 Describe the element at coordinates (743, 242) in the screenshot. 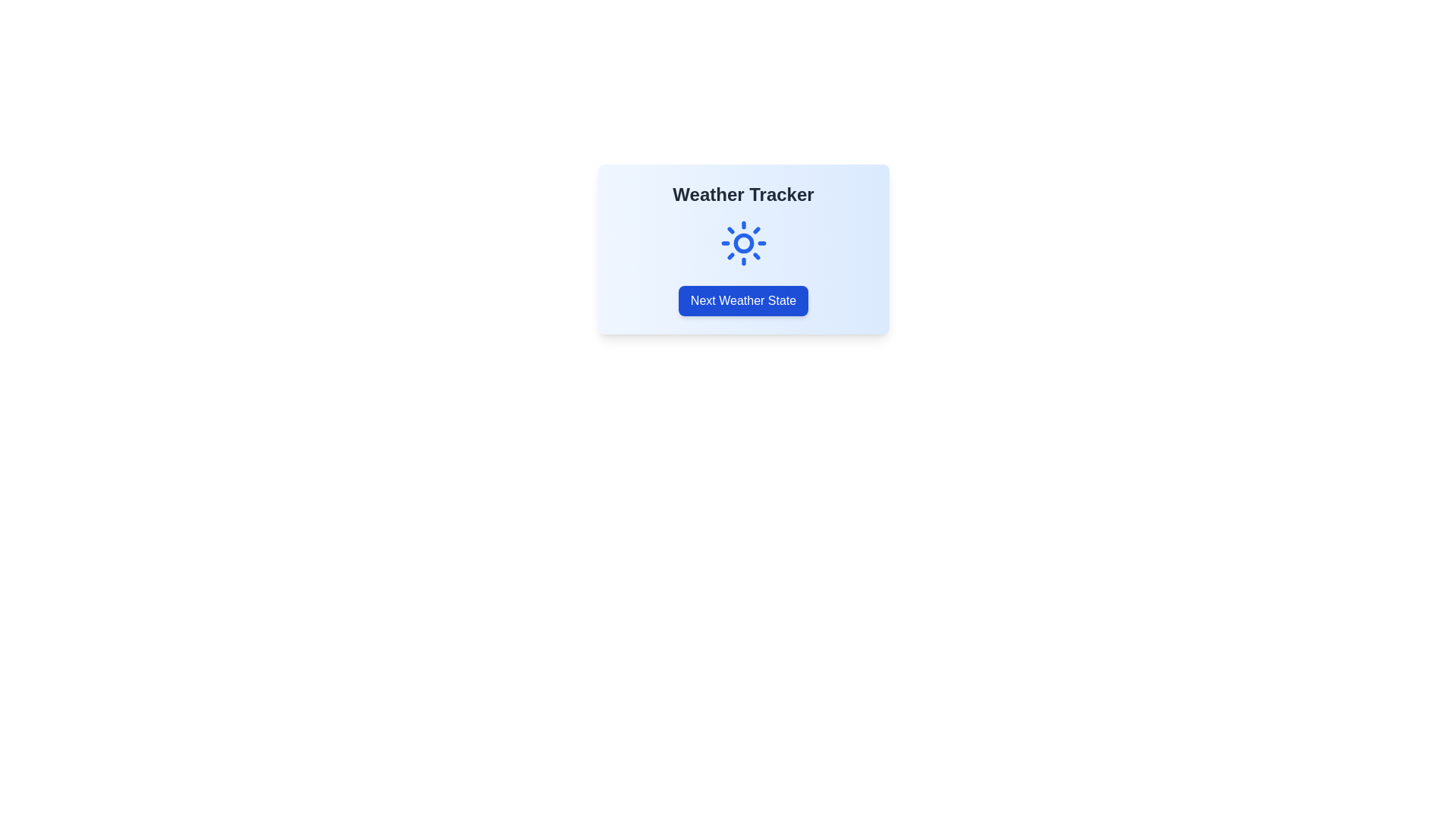

I see `the central circular shape within the sun icon, located under the 'Weather Tracker' header and above the 'Next Weather State' button` at that location.